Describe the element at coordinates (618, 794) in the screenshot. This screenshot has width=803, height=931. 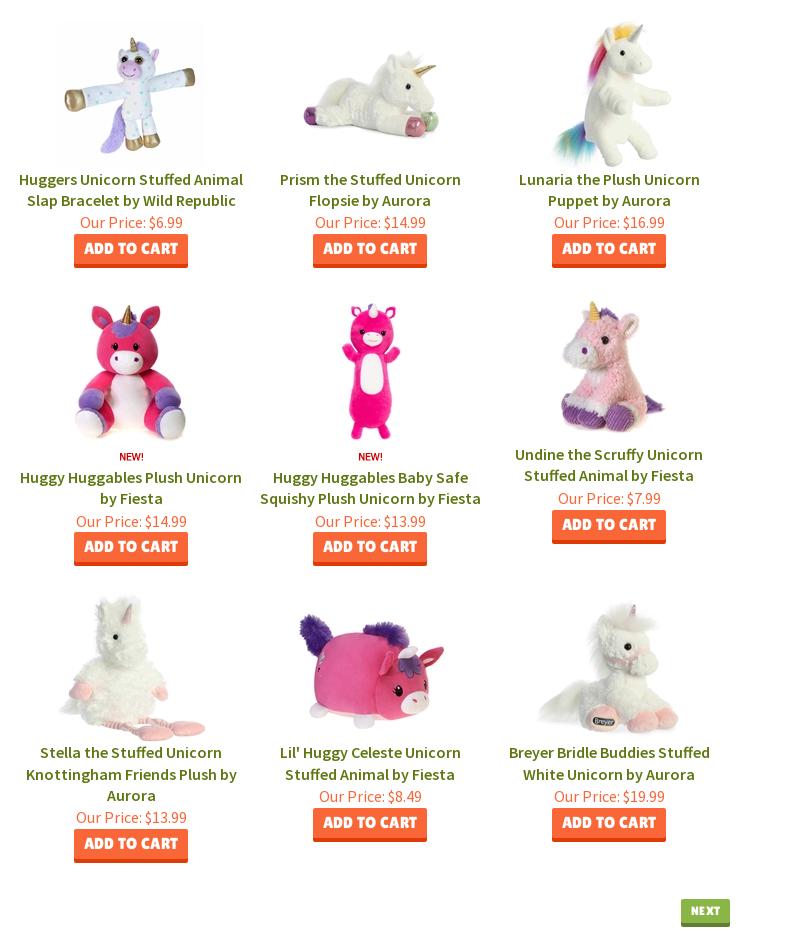
I see `'$19.99'` at that location.